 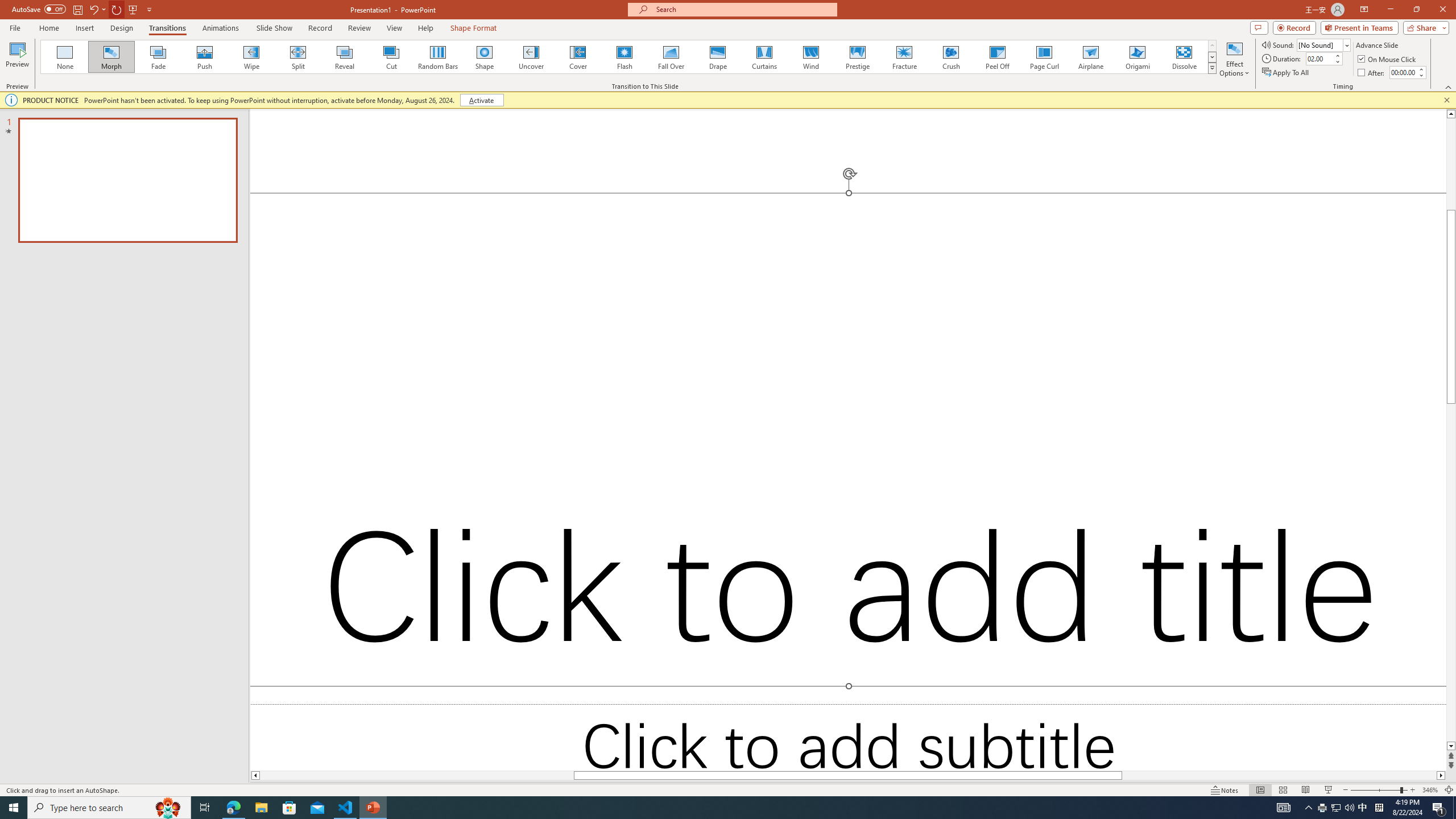 I want to click on 'Crush', so click(x=950, y=56).